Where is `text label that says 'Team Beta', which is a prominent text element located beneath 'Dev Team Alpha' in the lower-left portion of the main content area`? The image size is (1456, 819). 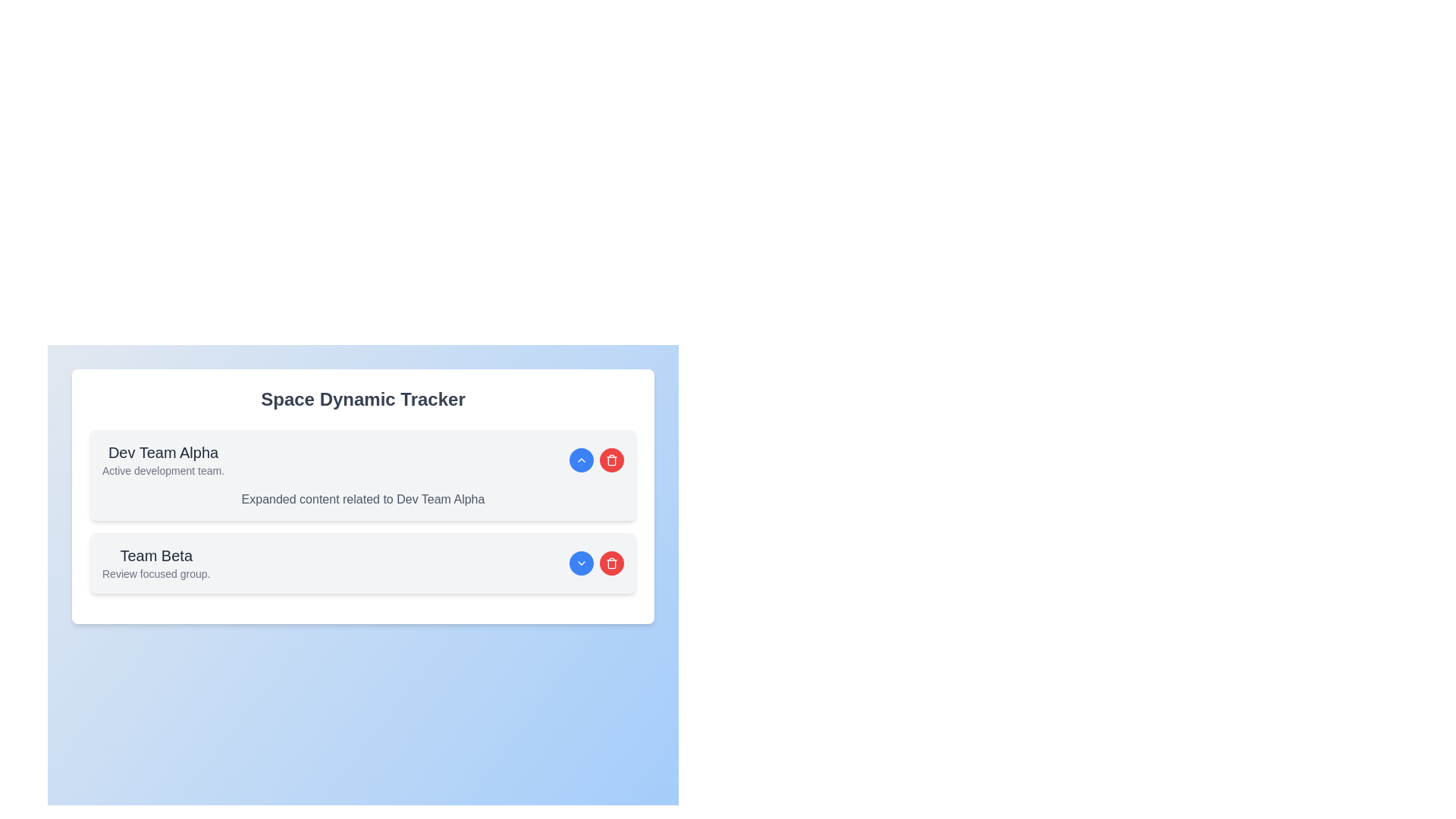 text label that says 'Team Beta', which is a prominent text element located beneath 'Dev Team Alpha' in the lower-left portion of the main content area is located at coordinates (156, 555).